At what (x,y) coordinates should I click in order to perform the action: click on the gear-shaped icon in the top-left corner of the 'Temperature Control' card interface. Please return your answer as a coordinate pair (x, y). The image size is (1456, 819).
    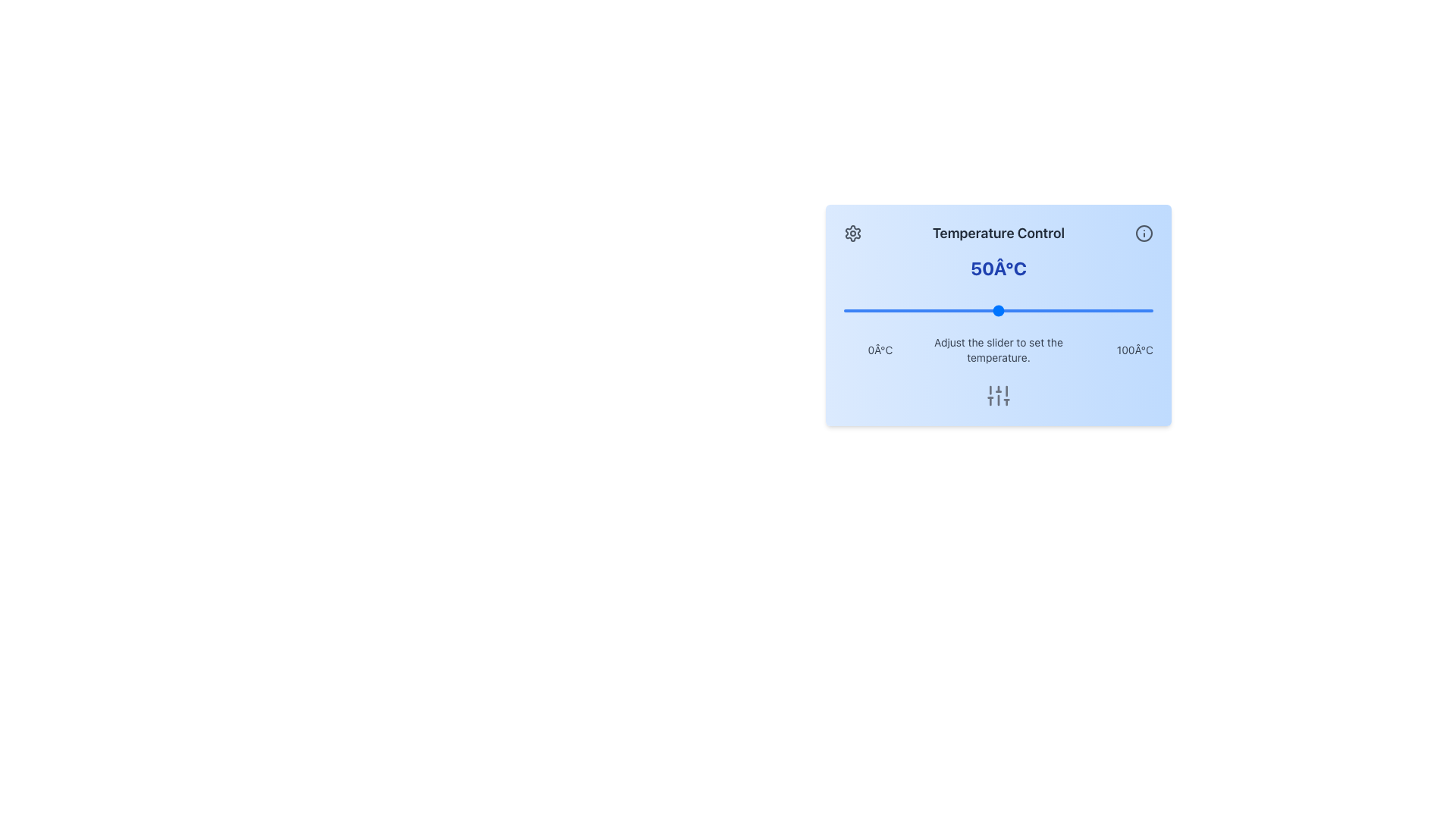
    Looking at the image, I should click on (852, 234).